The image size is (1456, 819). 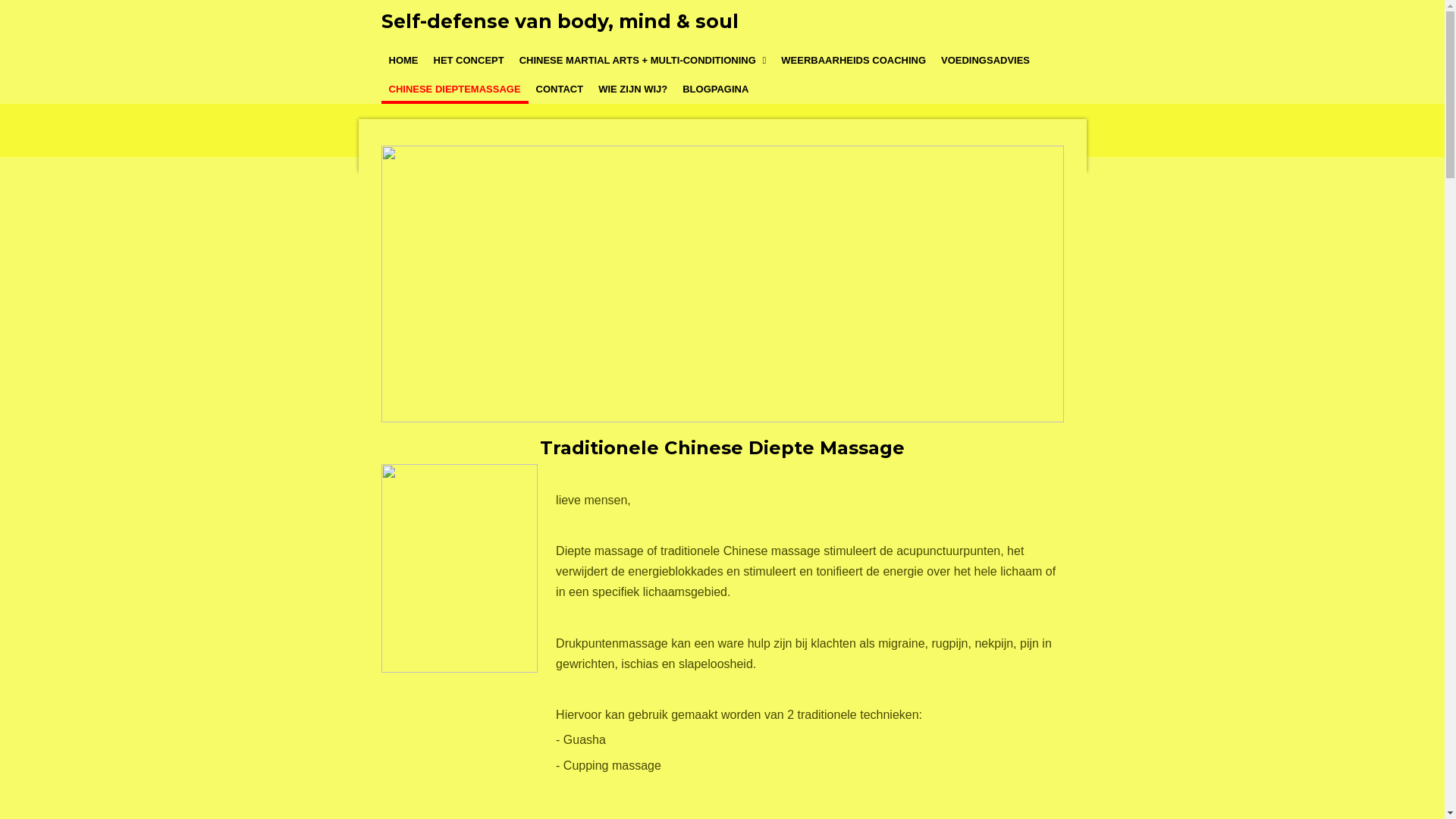 What do you see at coordinates (714, 89) in the screenshot?
I see `'BLOGPAGINA'` at bounding box center [714, 89].